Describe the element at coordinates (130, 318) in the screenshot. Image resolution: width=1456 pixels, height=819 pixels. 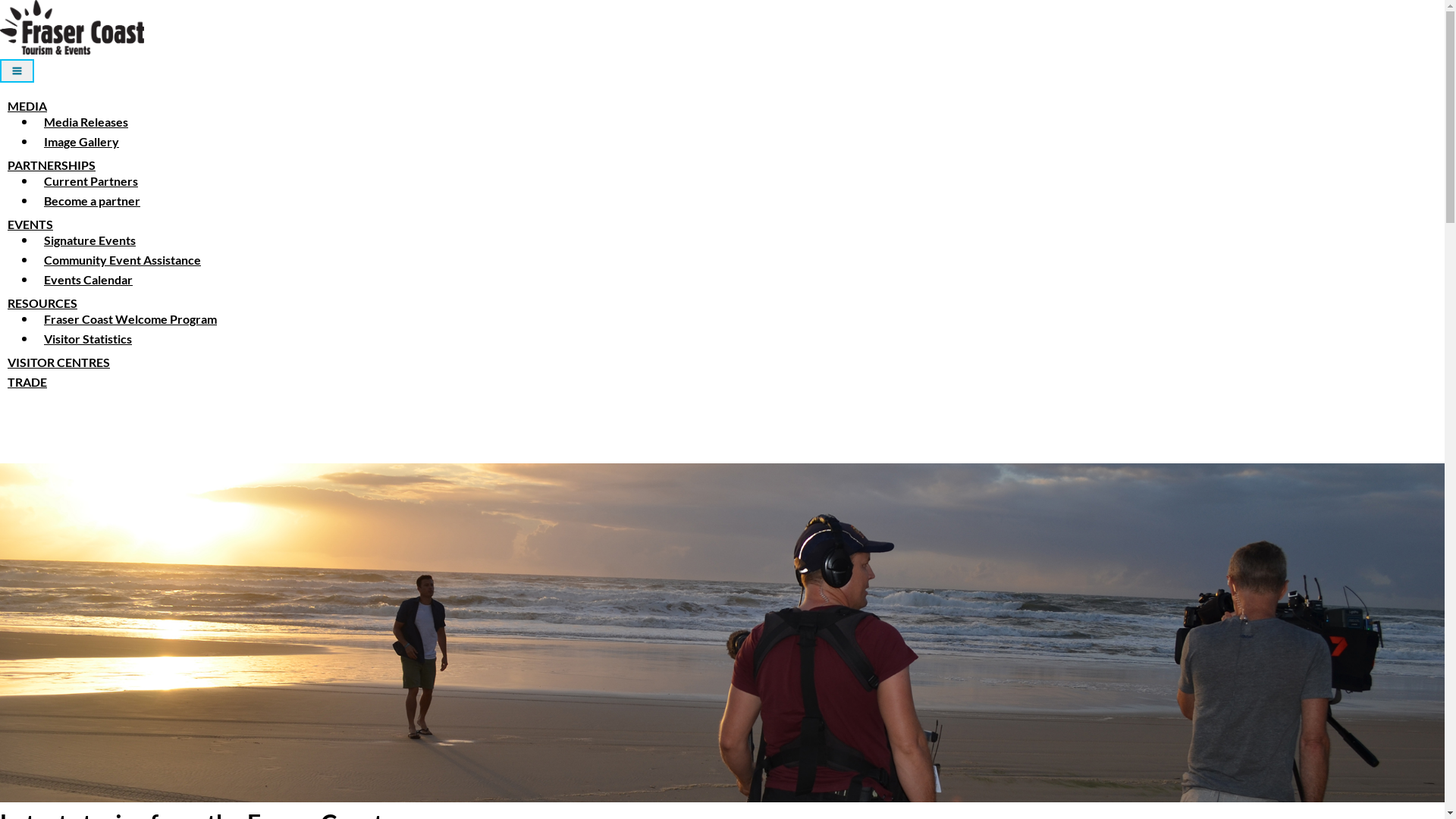
I see `'Fraser Coast Welcome Program'` at that location.